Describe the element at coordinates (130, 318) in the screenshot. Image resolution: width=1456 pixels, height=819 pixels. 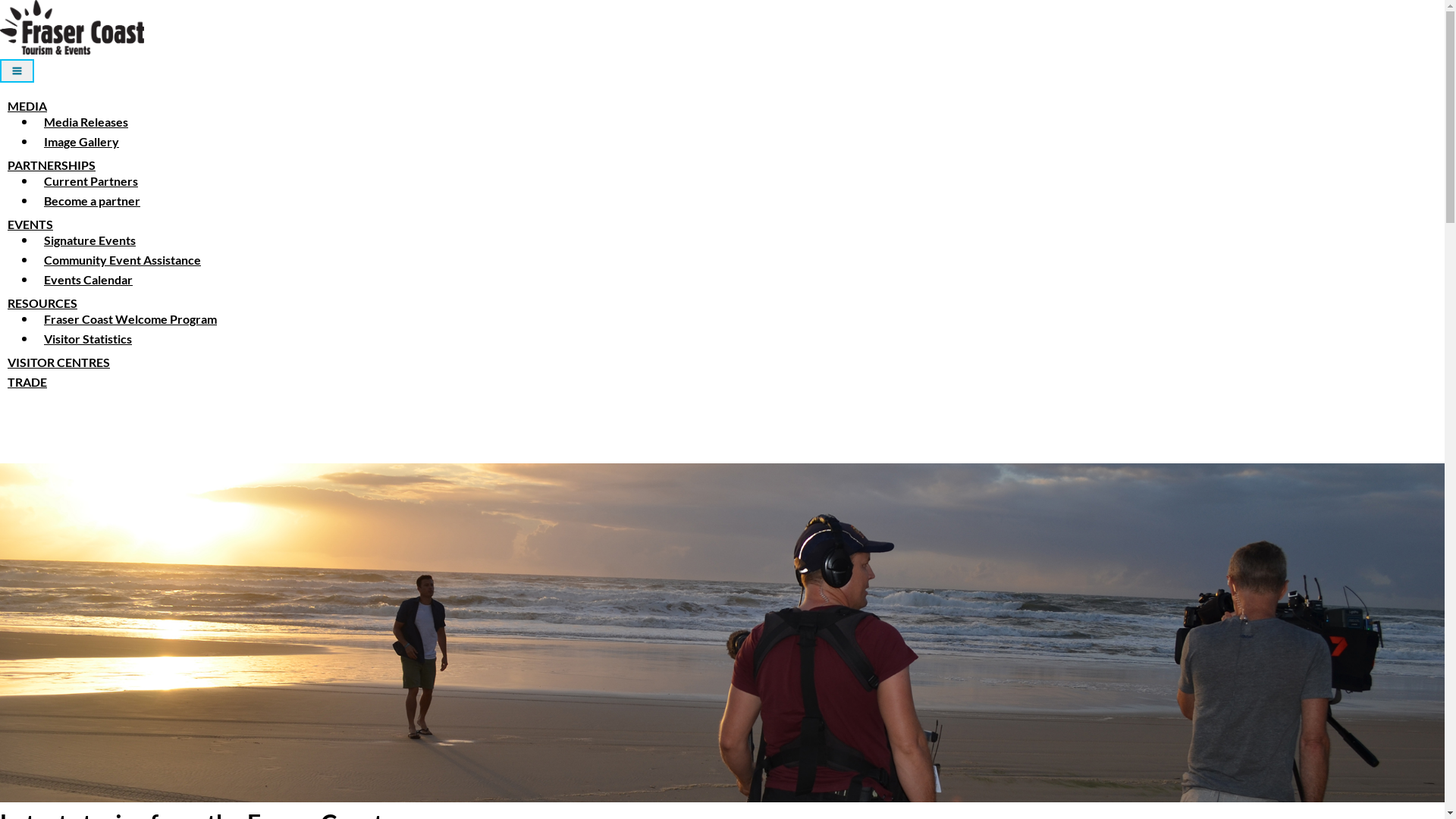
I see `'Fraser Coast Welcome Program'` at that location.